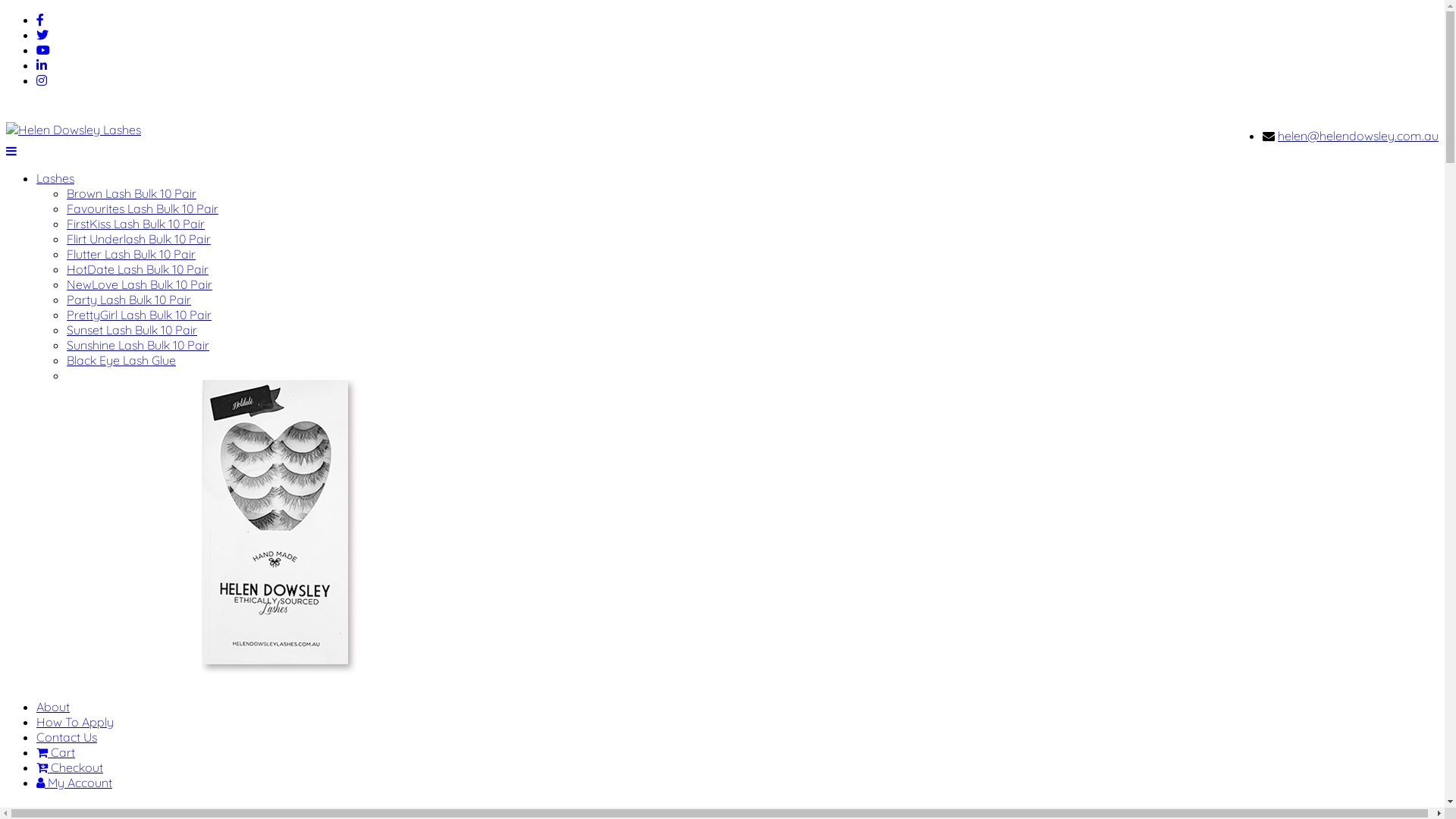  What do you see at coordinates (139, 284) in the screenshot?
I see `'NewLove Lash Bulk 10 Pair'` at bounding box center [139, 284].